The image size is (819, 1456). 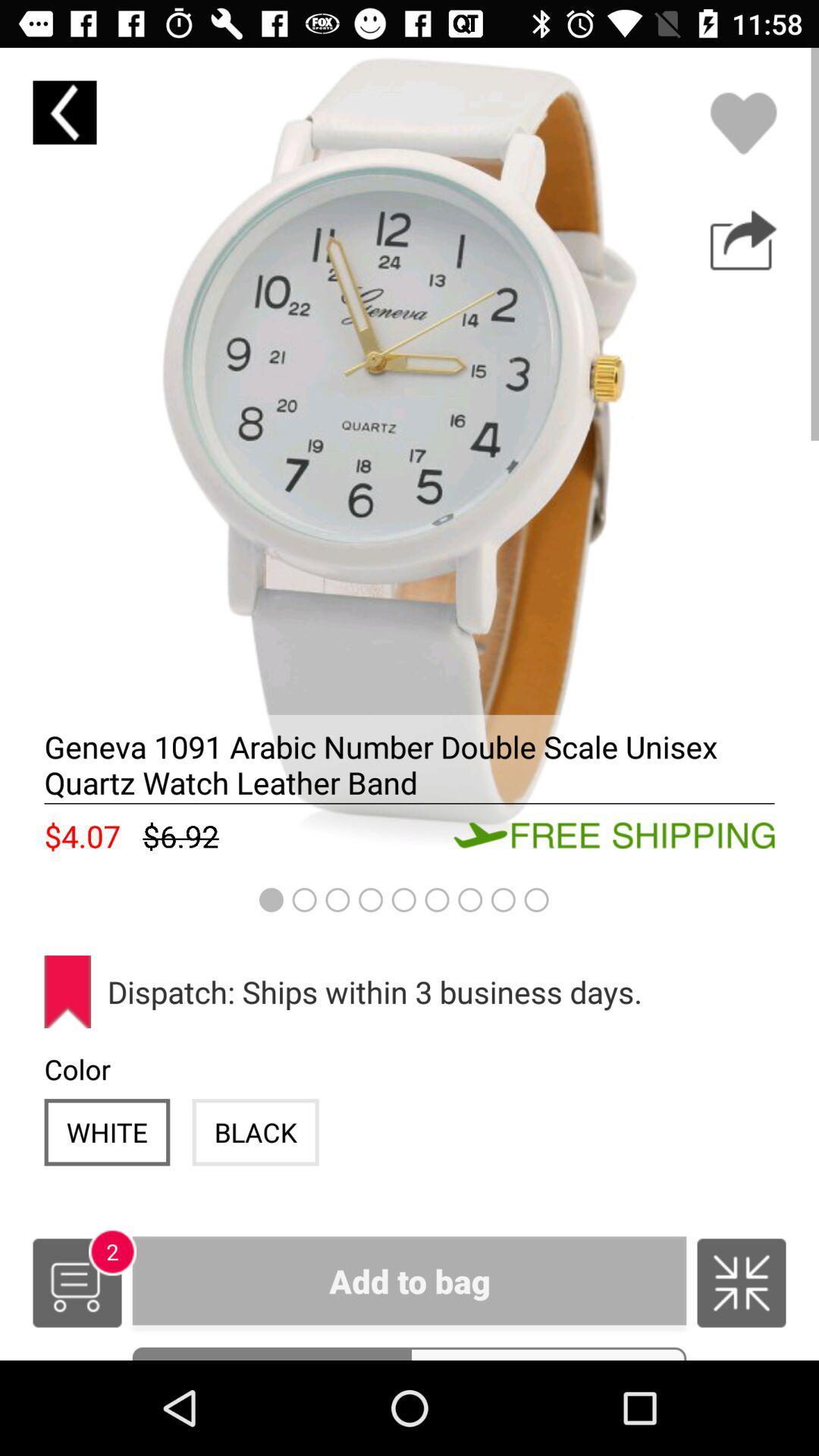 I want to click on item description, so click(x=409, y=457).